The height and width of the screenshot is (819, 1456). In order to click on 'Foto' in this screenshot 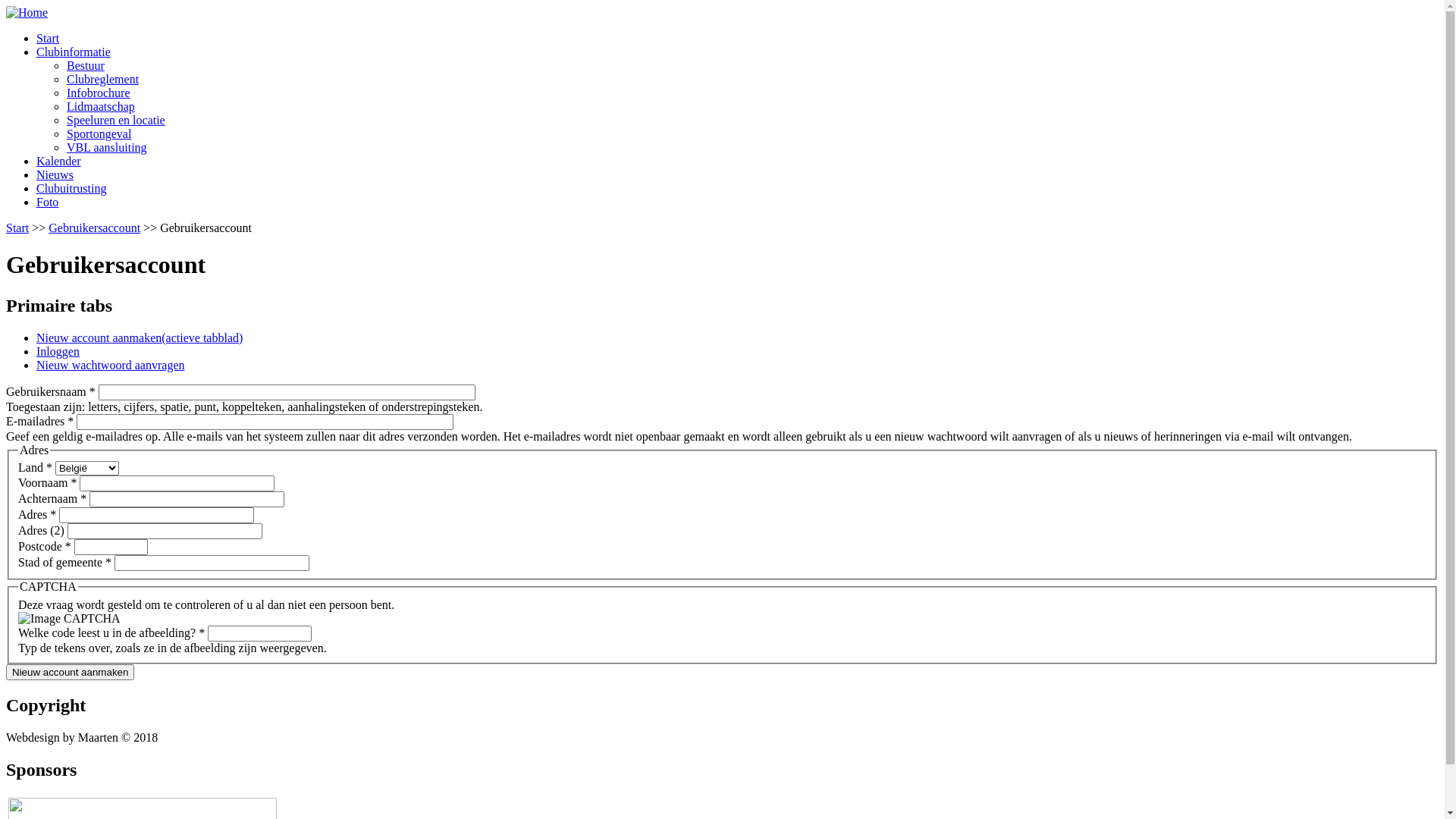, I will do `click(36, 201)`.